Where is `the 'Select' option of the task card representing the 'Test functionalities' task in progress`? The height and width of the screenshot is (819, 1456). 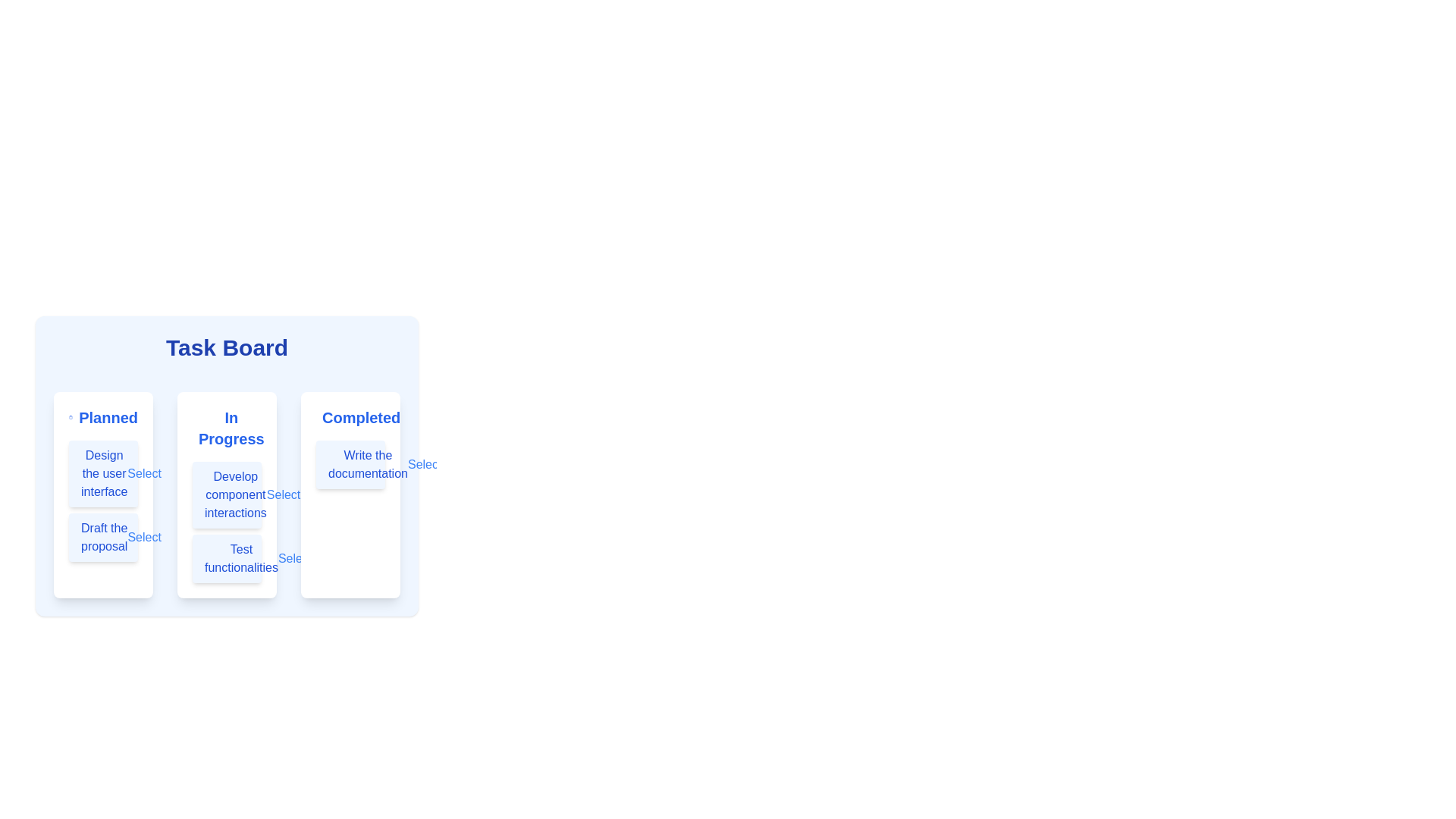 the 'Select' option of the task card representing the 'Test functionalities' task in progress is located at coordinates (226, 558).